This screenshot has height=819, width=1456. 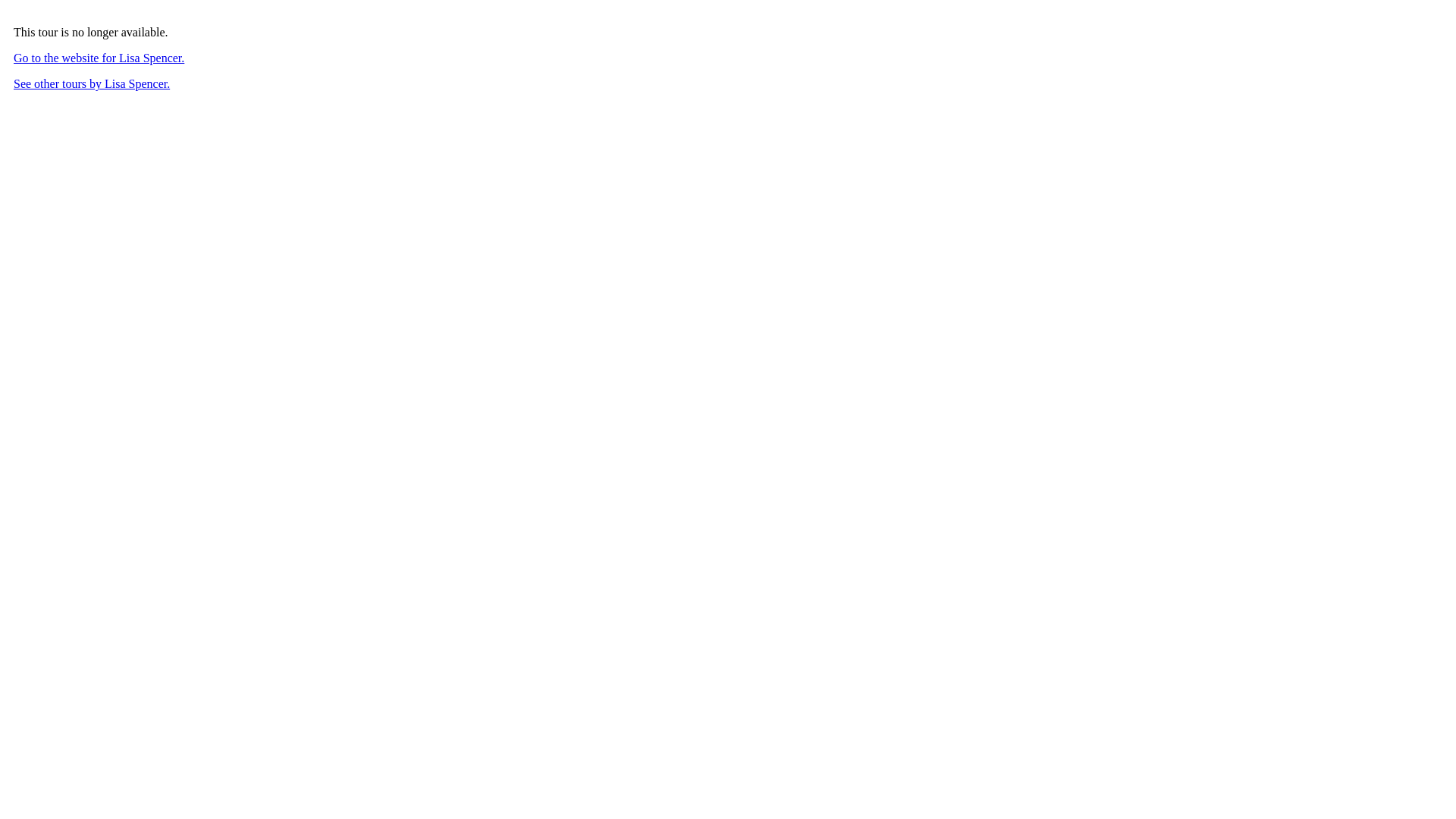 What do you see at coordinates (98, 57) in the screenshot?
I see `'Go to the website for Lisa Spencer.'` at bounding box center [98, 57].